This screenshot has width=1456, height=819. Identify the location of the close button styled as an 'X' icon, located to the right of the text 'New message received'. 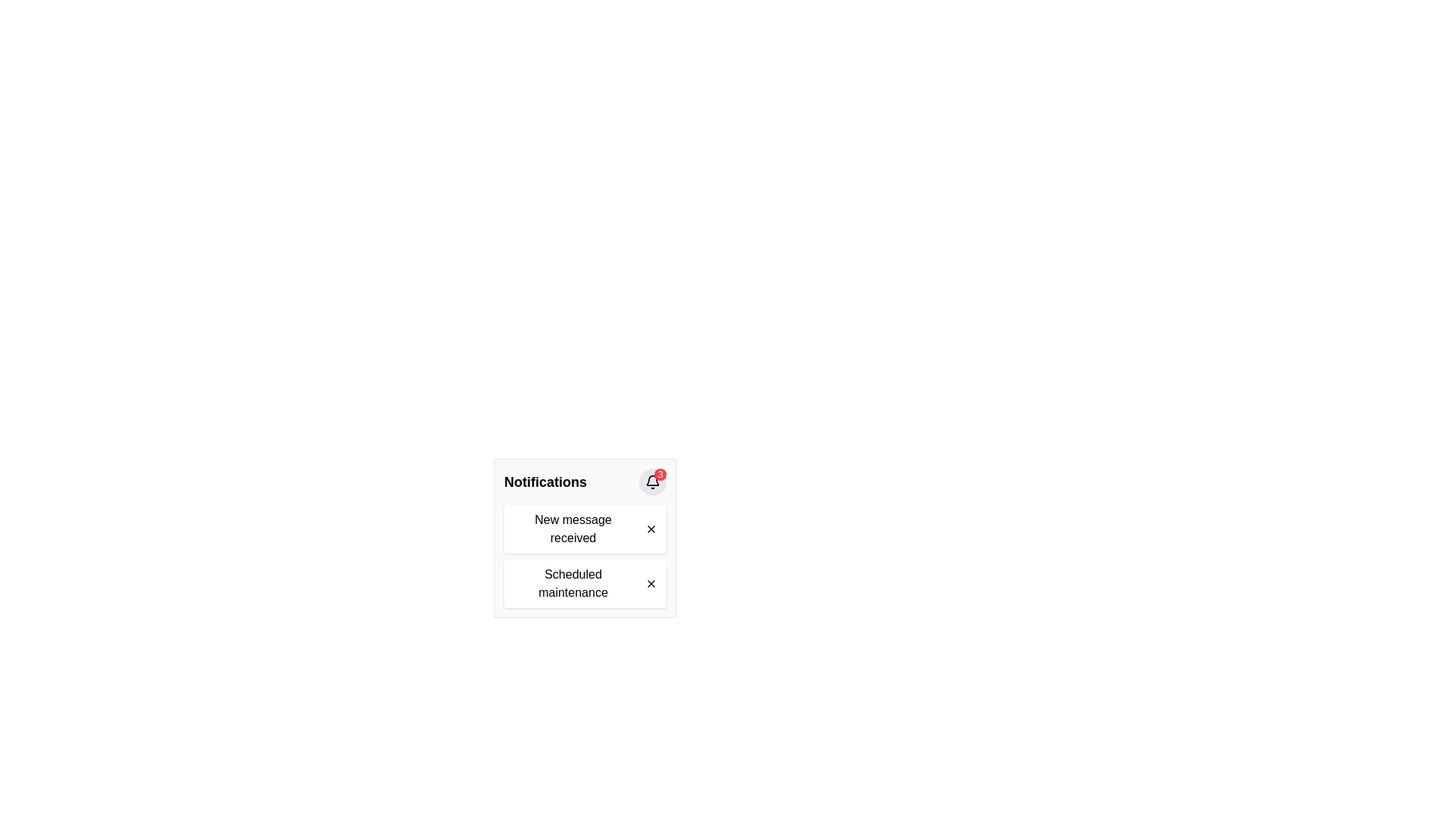
(651, 529).